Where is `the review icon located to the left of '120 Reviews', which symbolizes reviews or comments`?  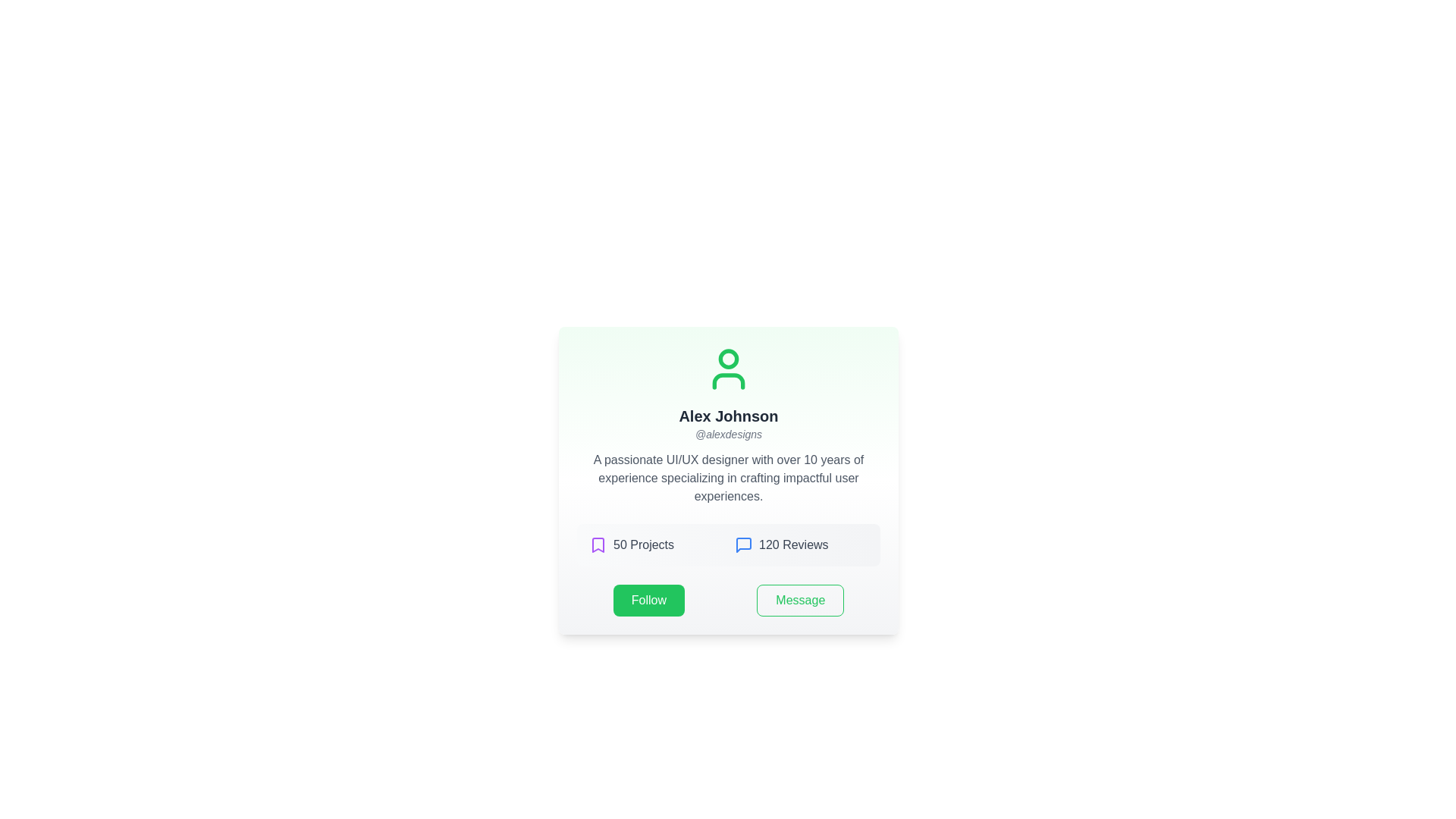 the review icon located to the left of '120 Reviews', which symbolizes reviews or comments is located at coordinates (743, 544).